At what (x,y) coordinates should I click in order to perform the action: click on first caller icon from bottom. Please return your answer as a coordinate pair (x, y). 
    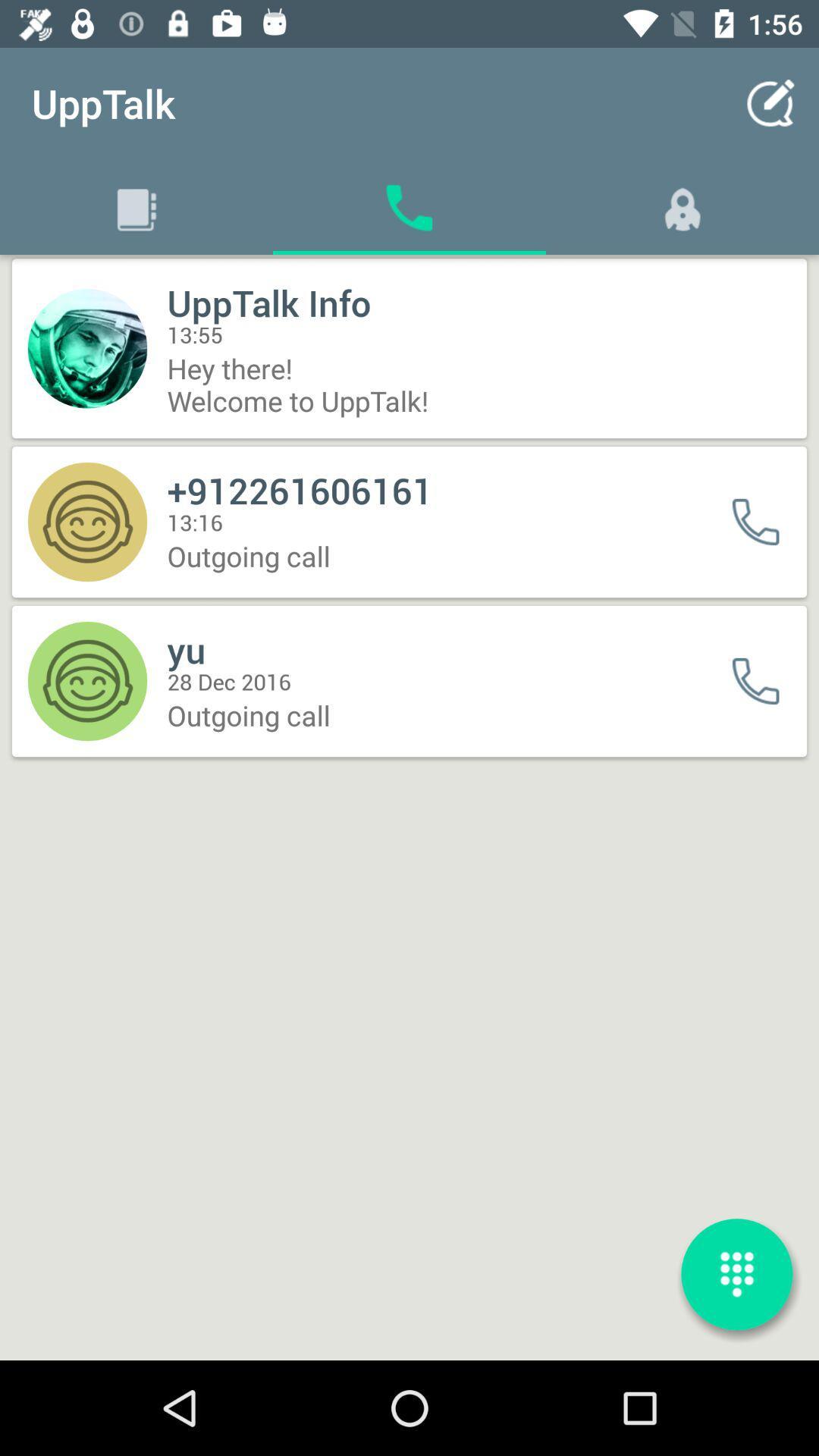
    Looking at the image, I should click on (766, 680).